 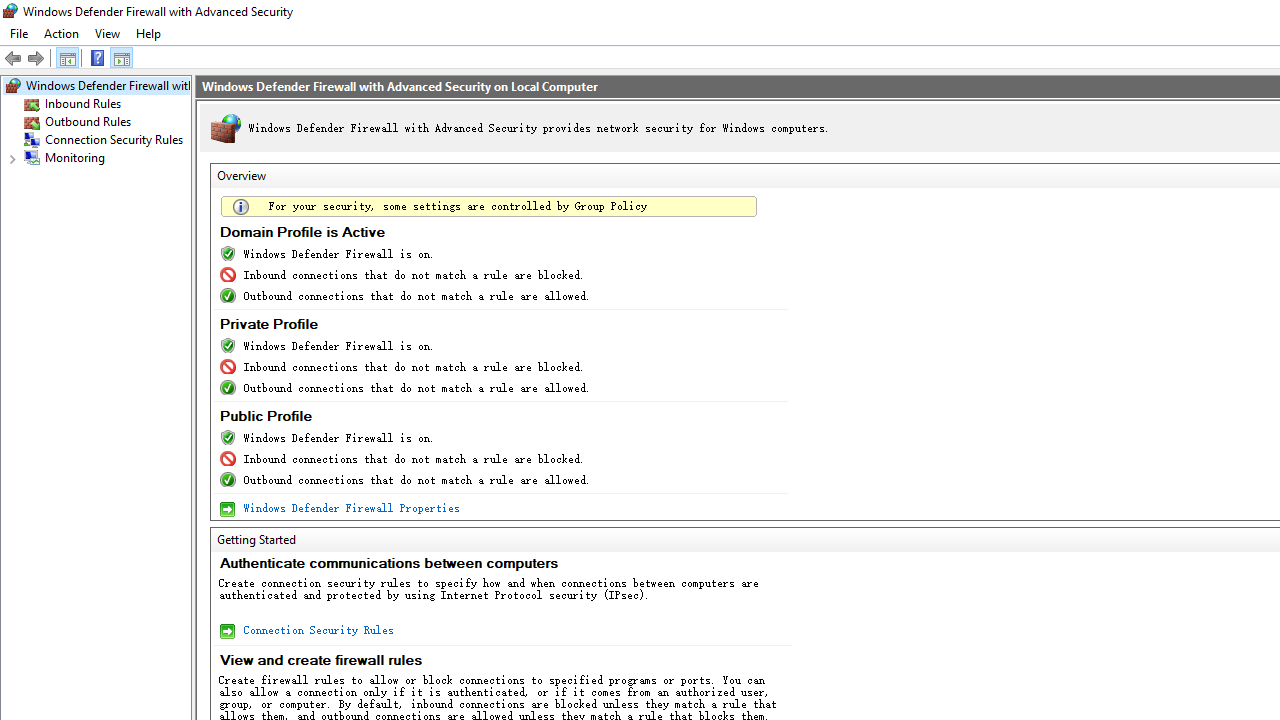 I want to click on 'Show/Hide Action Pane', so click(x=120, y=56).